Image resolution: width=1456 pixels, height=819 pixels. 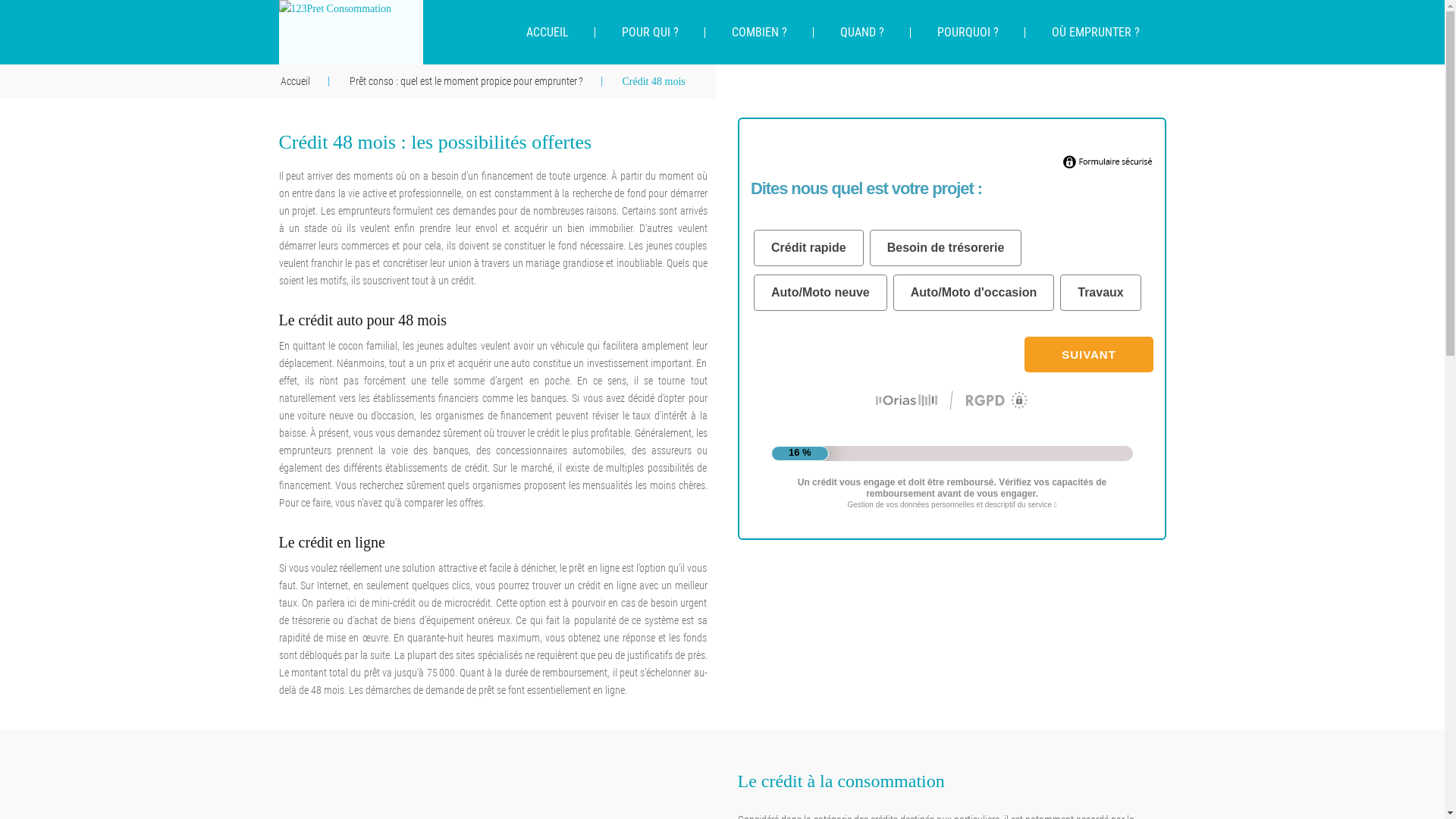 I want to click on 'ACCUEIL', so click(x=546, y=32).